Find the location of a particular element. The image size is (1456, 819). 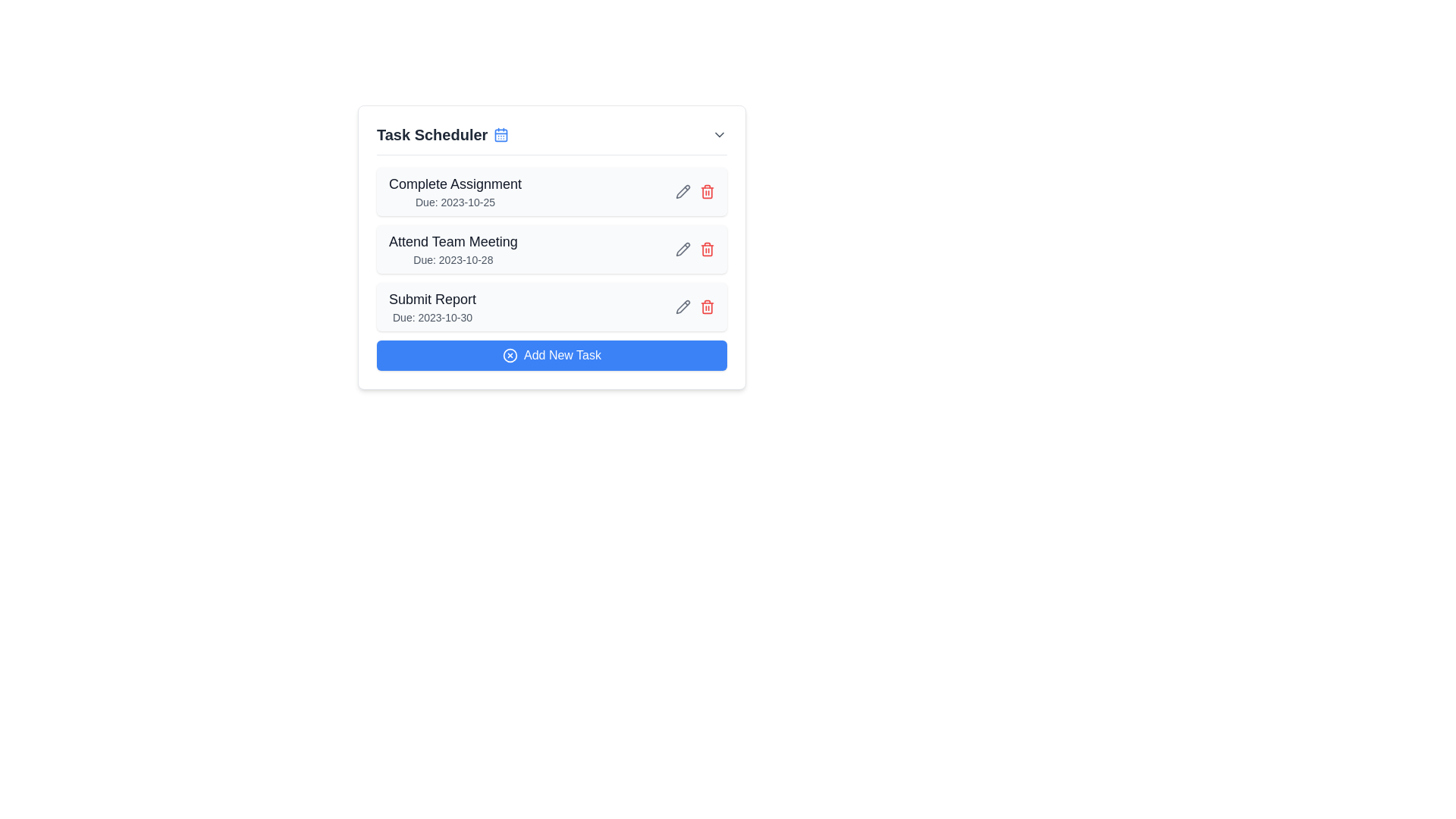

the edit icon, which is styled in gray and located within the icon group to the right of the 'Submit Report' task item in the task manager interface is located at coordinates (694, 307).